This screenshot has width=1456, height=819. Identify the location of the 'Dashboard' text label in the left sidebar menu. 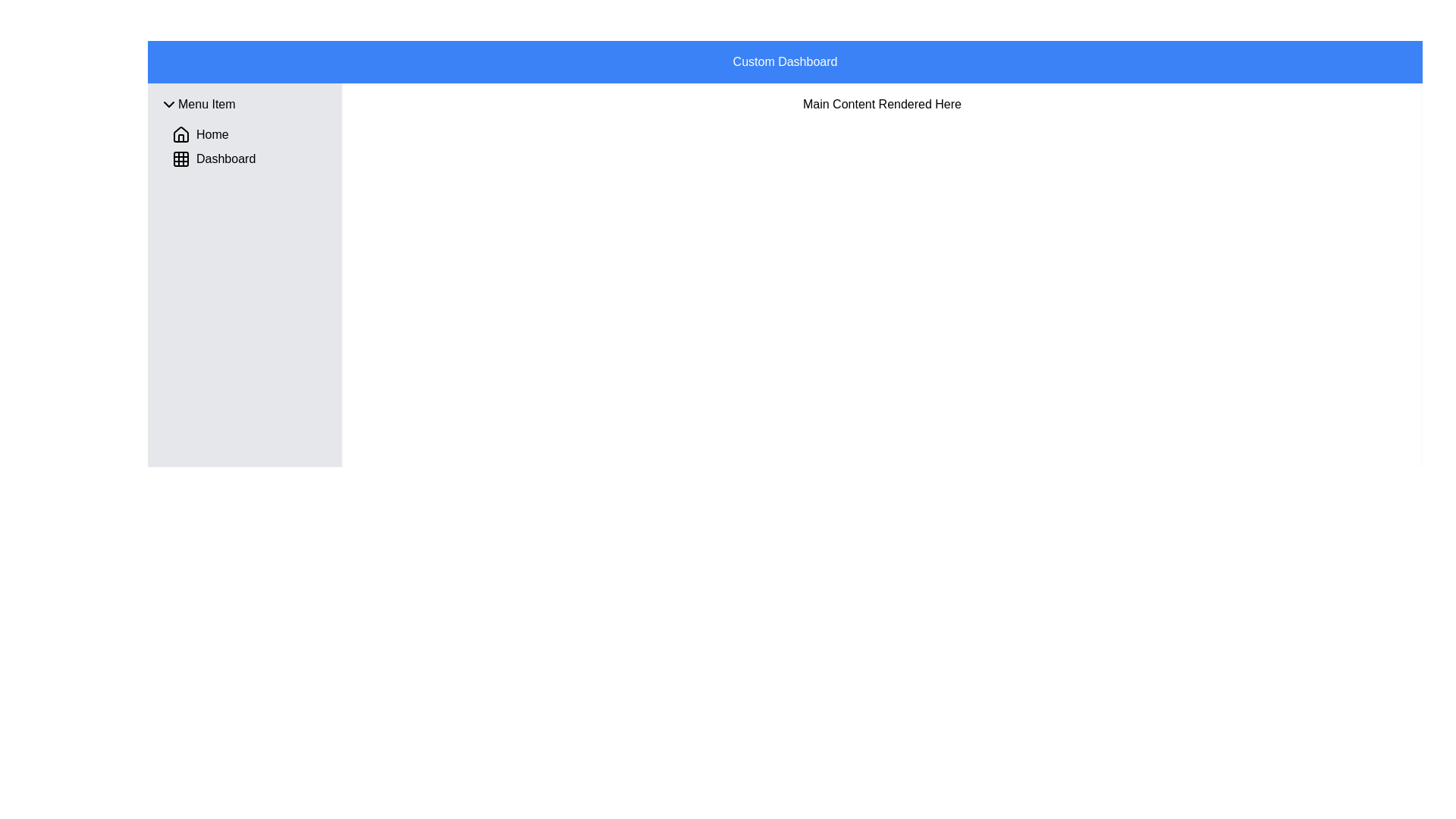
(251, 158).